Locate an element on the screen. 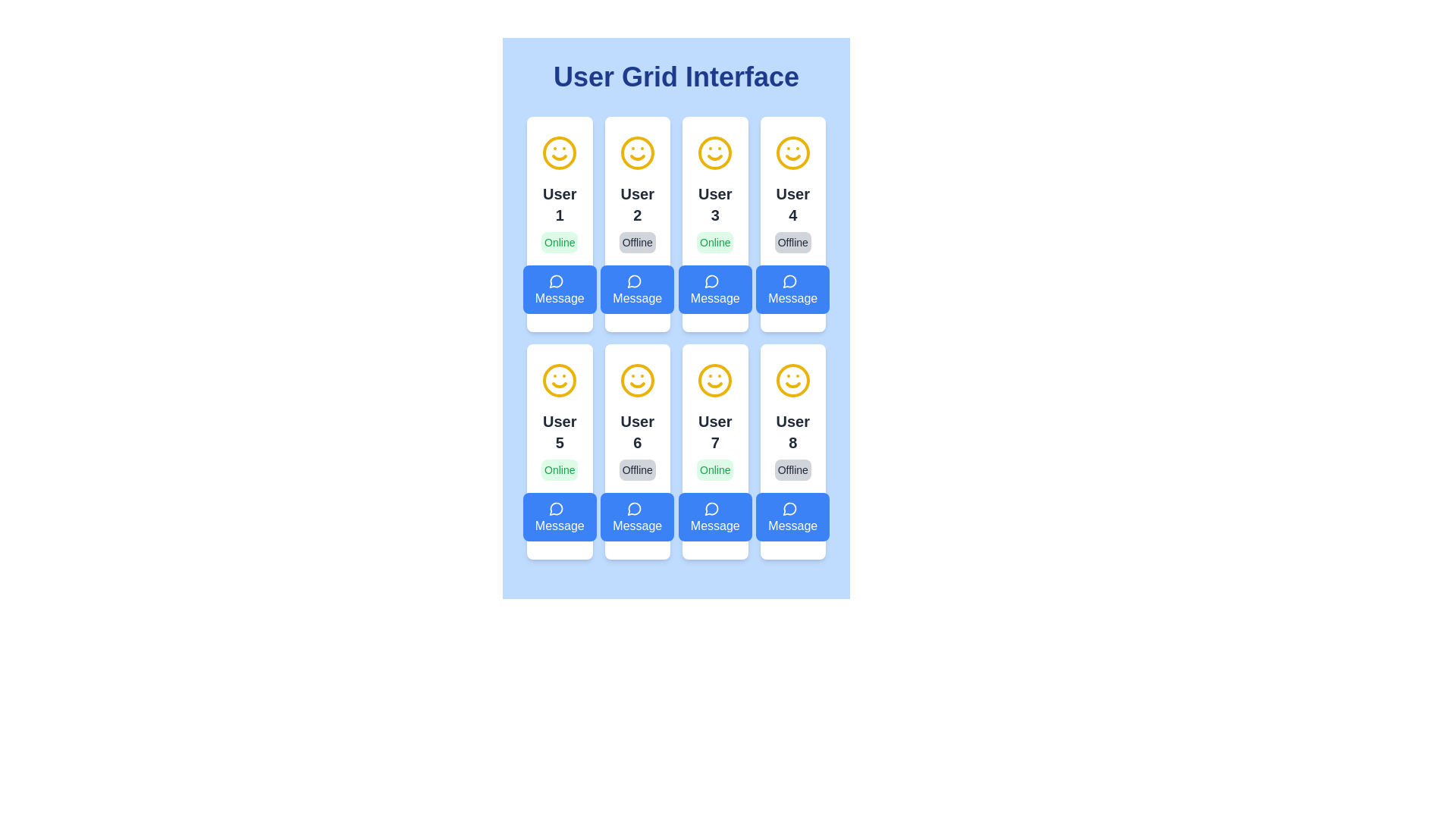 Image resolution: width=1456 pixels, height=819 pixels. the rectangular blue button labeled 'Message' with a speech bubble icon to send a message is located at coordinates (637, 516).